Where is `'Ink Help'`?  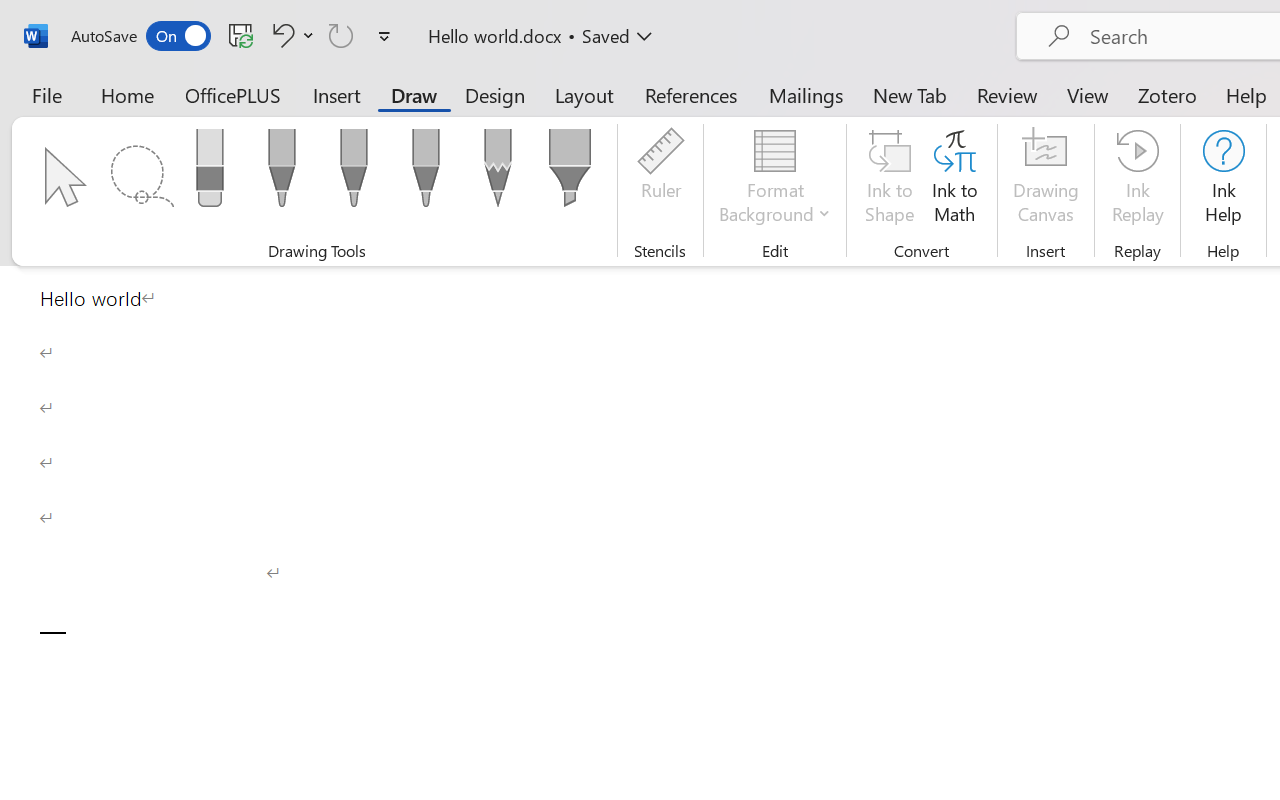 'Ink Help' is located at coordinates (1222, 179).